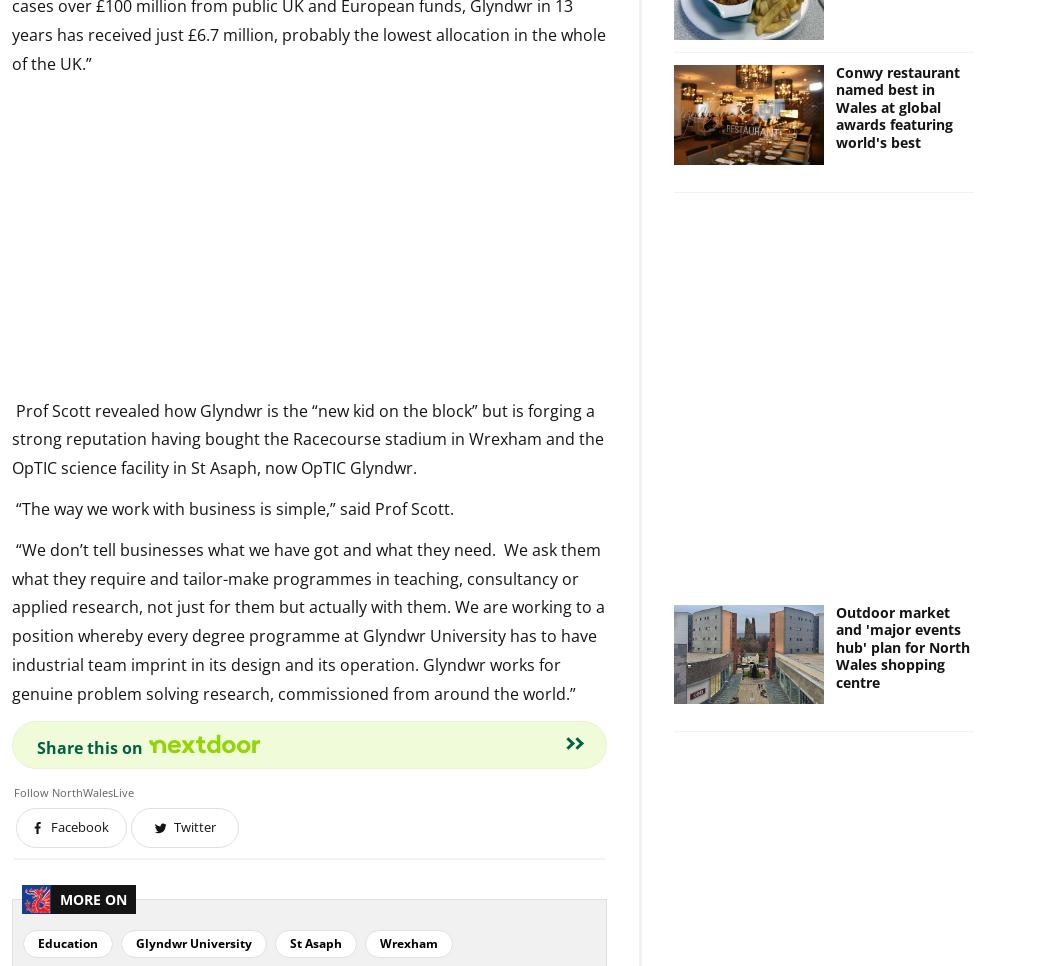  I want to click on 'Twitter', so click(193, 826).